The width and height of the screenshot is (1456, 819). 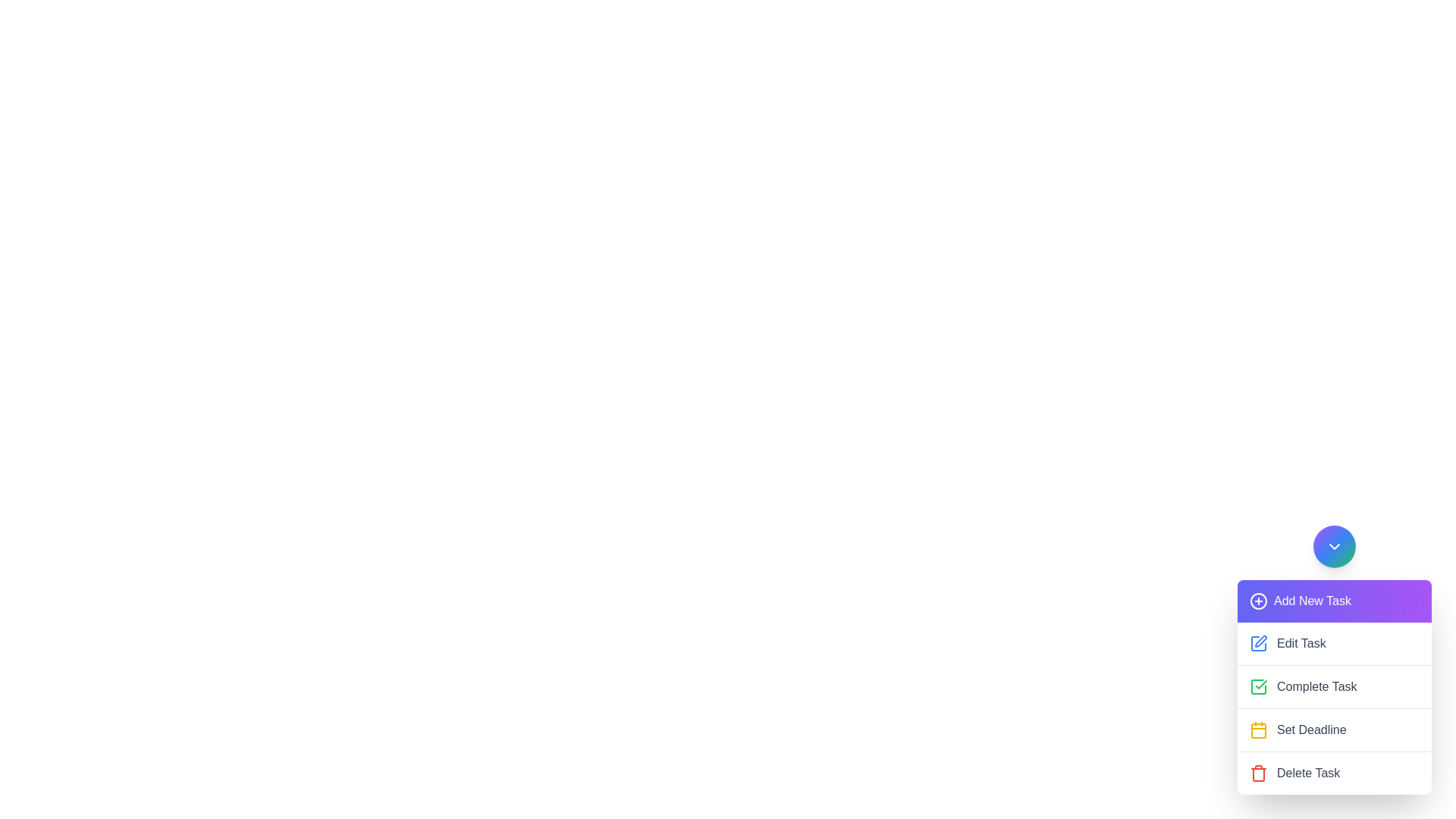 What do you see at coordinates (1310, 730) in the screenshot?
I see `label for the menu option that is associated with setting or managing deadlines for tasks, positioned below the 'Complete Task' option and above the 'Delete Task' option` at bounding box center [1310, 730].